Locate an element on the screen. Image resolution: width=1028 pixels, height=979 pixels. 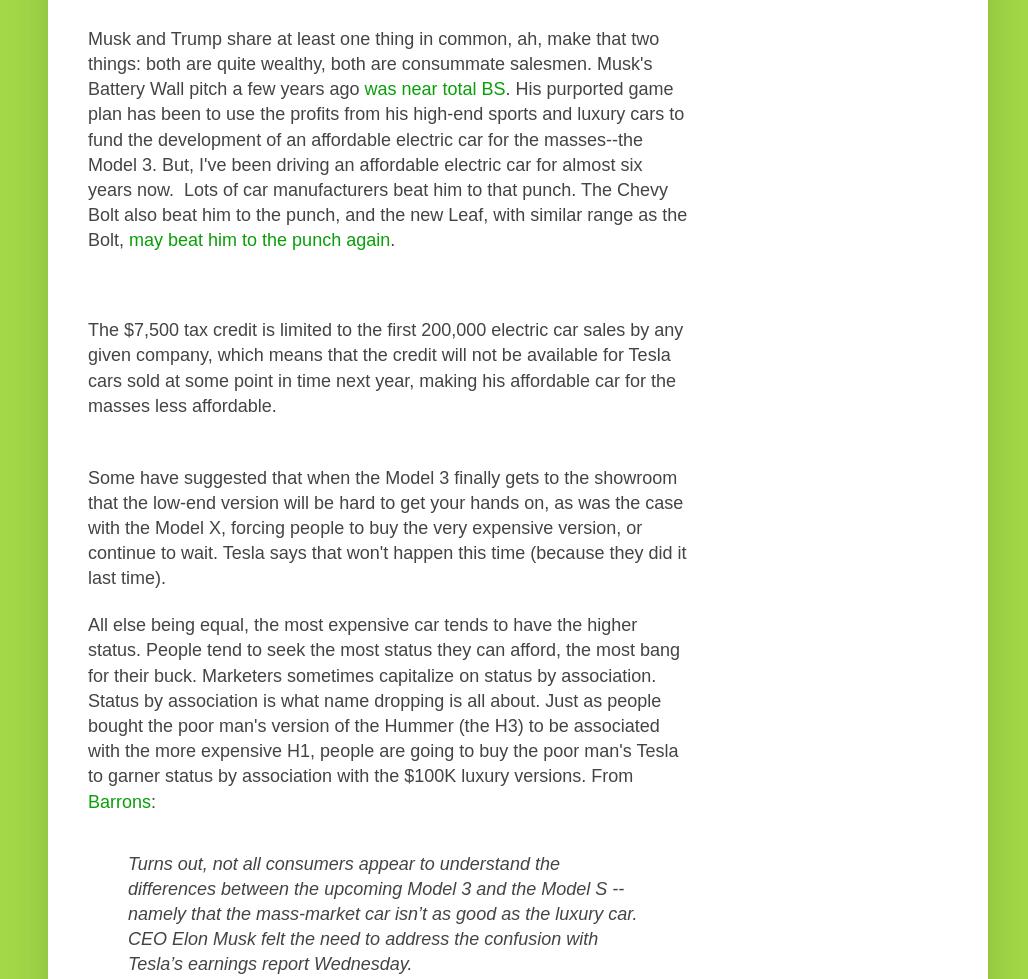
':' is located at coordinates (153, 800).